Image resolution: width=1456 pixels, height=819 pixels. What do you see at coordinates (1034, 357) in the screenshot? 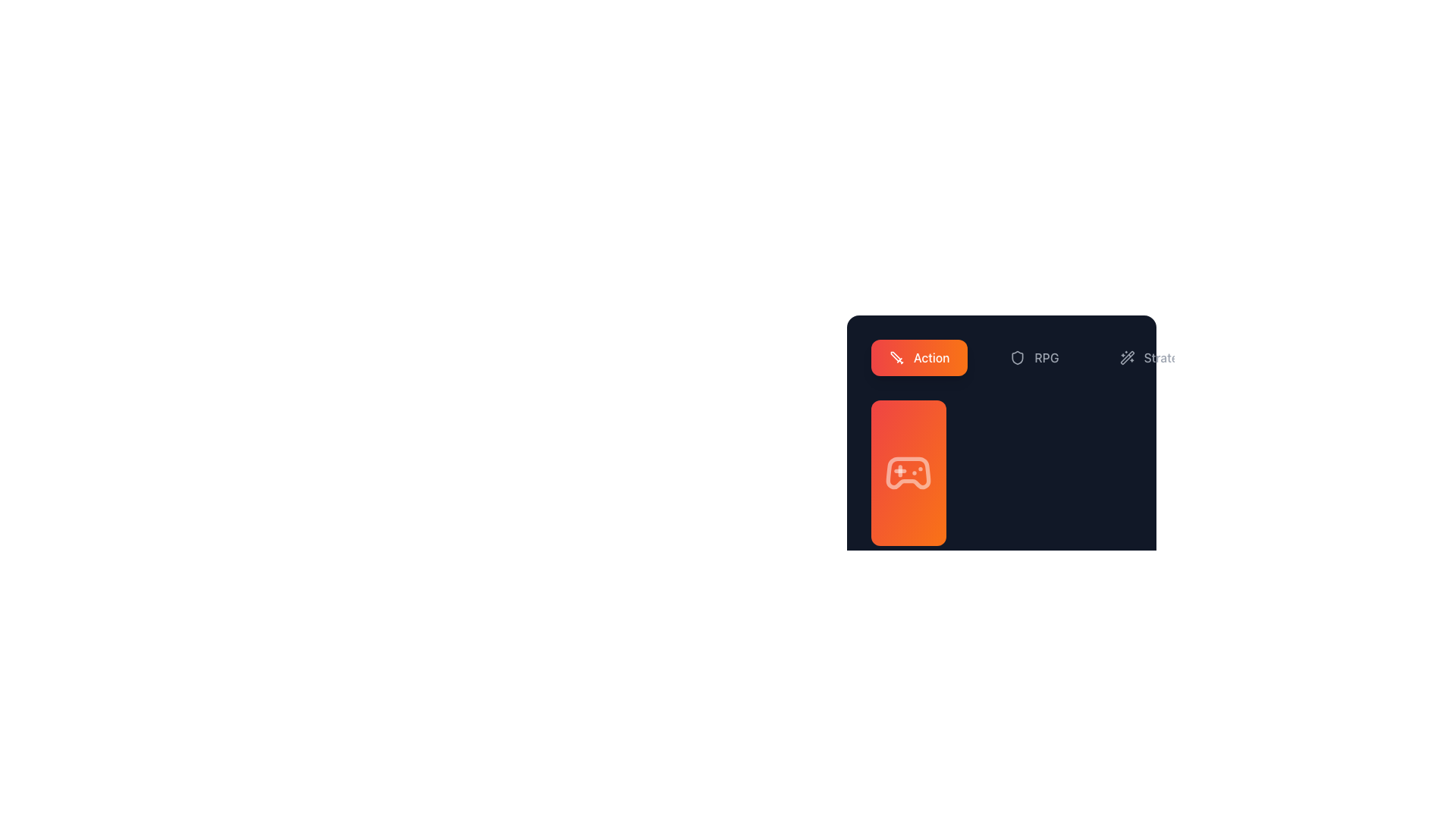
I see `the interactive button labeled 'RPG'` at bounding box center [1034, 357].